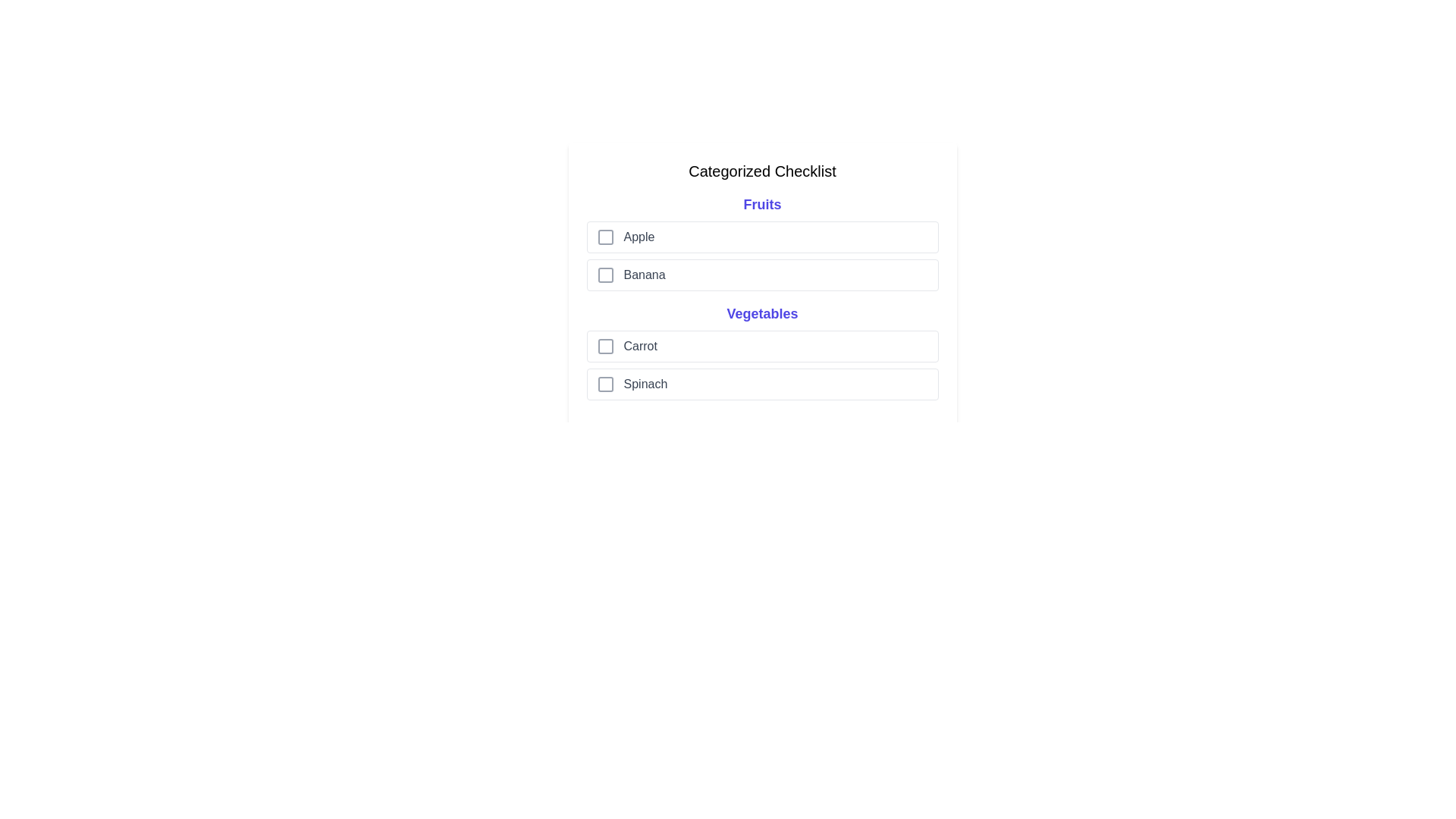 Image resolution: width=1456 pixels, height=819 pixels. Describe the element at coordinates (762, 242) in the screenshot. I see `the checkboxes in the 'Fruits' section of the Checklist to select items` at that location.